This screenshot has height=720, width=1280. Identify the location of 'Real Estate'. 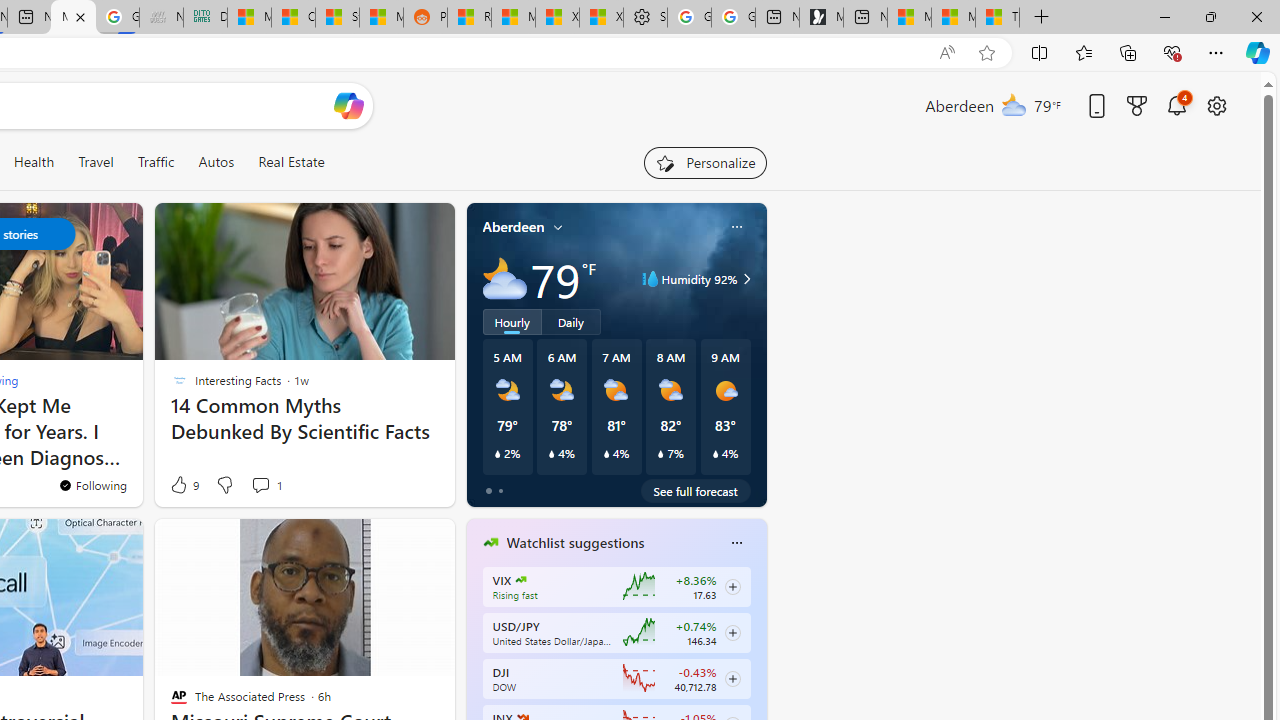
(290, 161).